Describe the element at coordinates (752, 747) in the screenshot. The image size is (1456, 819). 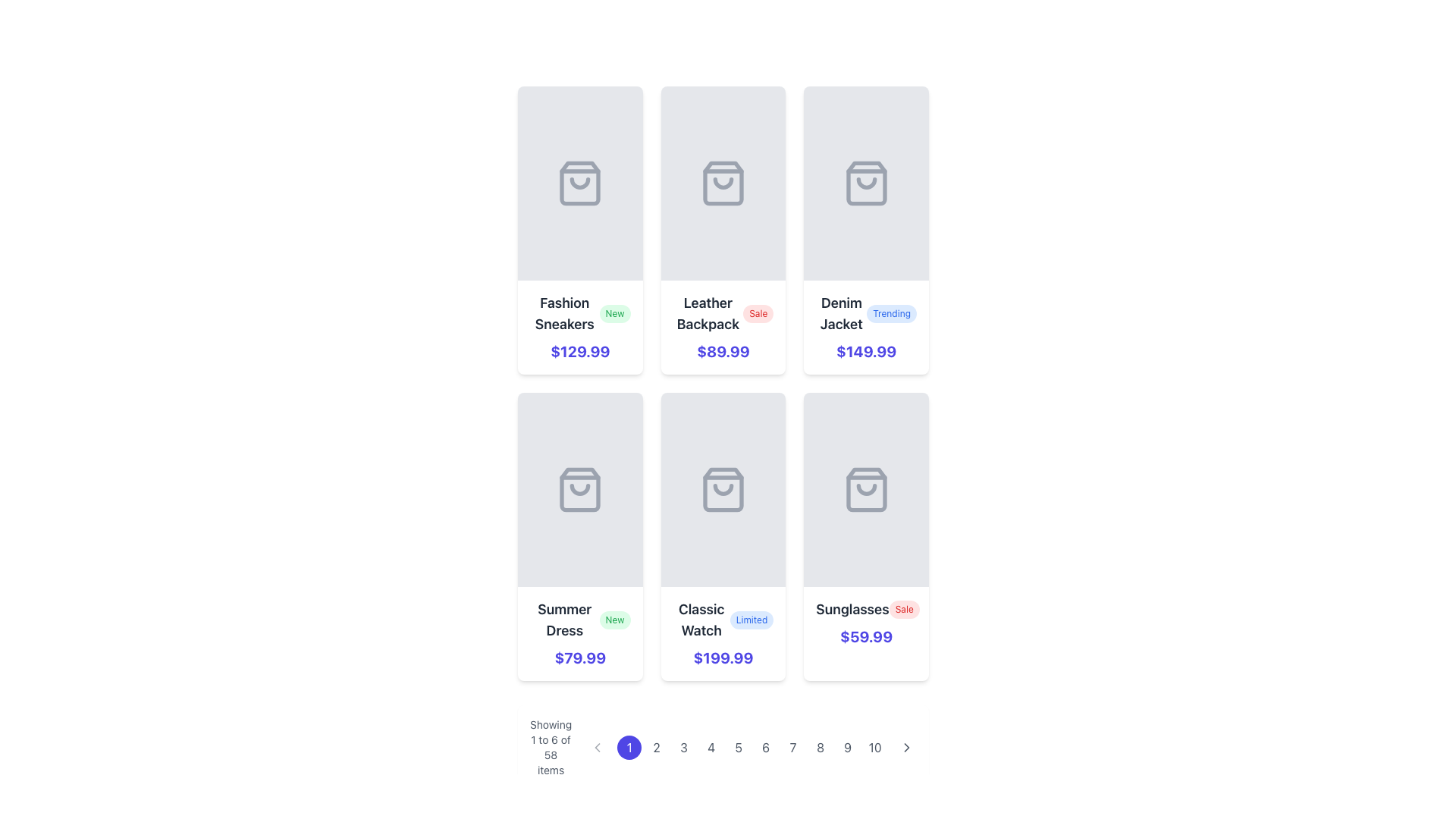
I see `the highlighted button labeled '5' in the pagination control bar` at that location.